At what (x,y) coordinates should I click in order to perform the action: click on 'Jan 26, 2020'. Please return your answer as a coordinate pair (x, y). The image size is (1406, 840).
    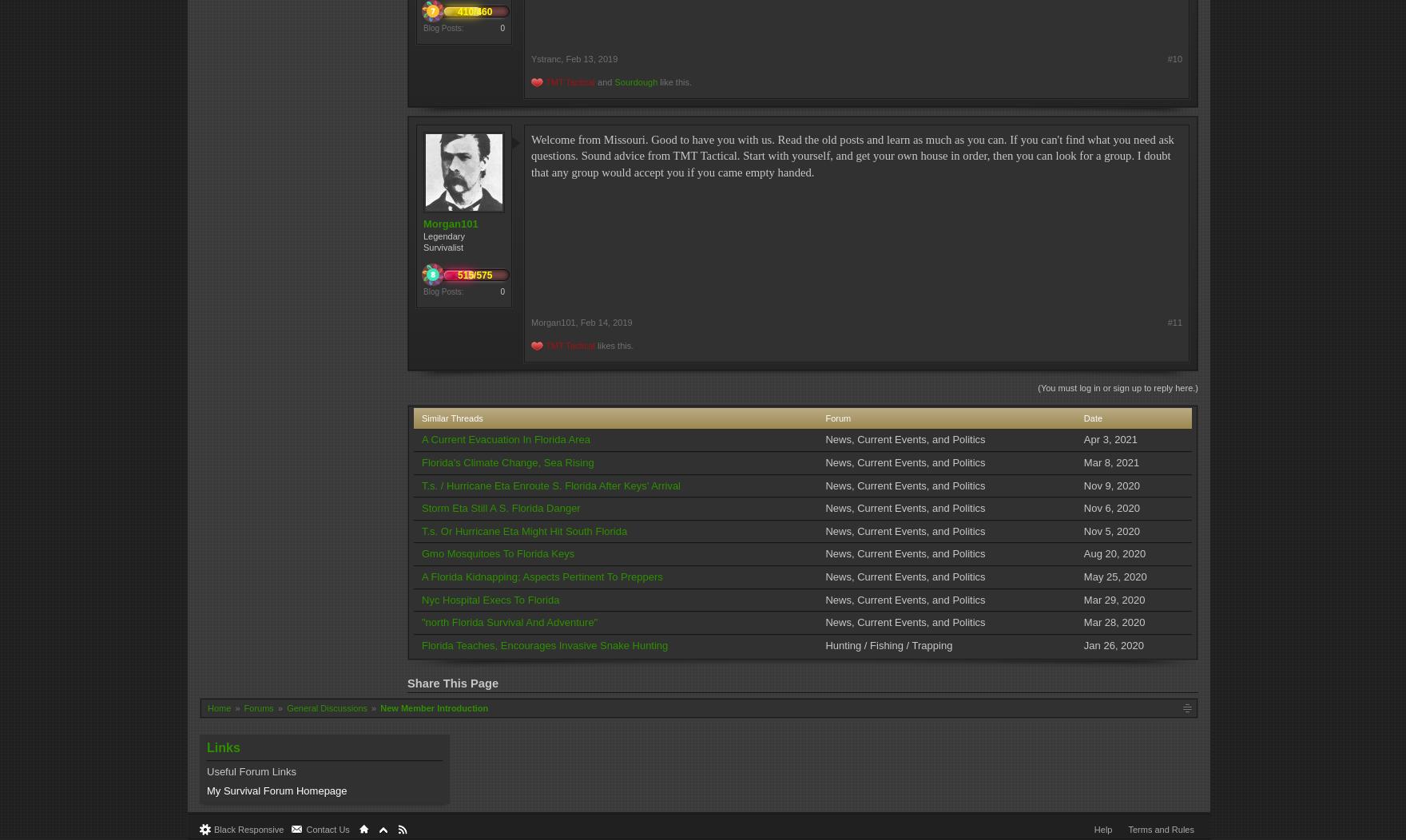
    Looking at the image, I should click on (1113, 644).